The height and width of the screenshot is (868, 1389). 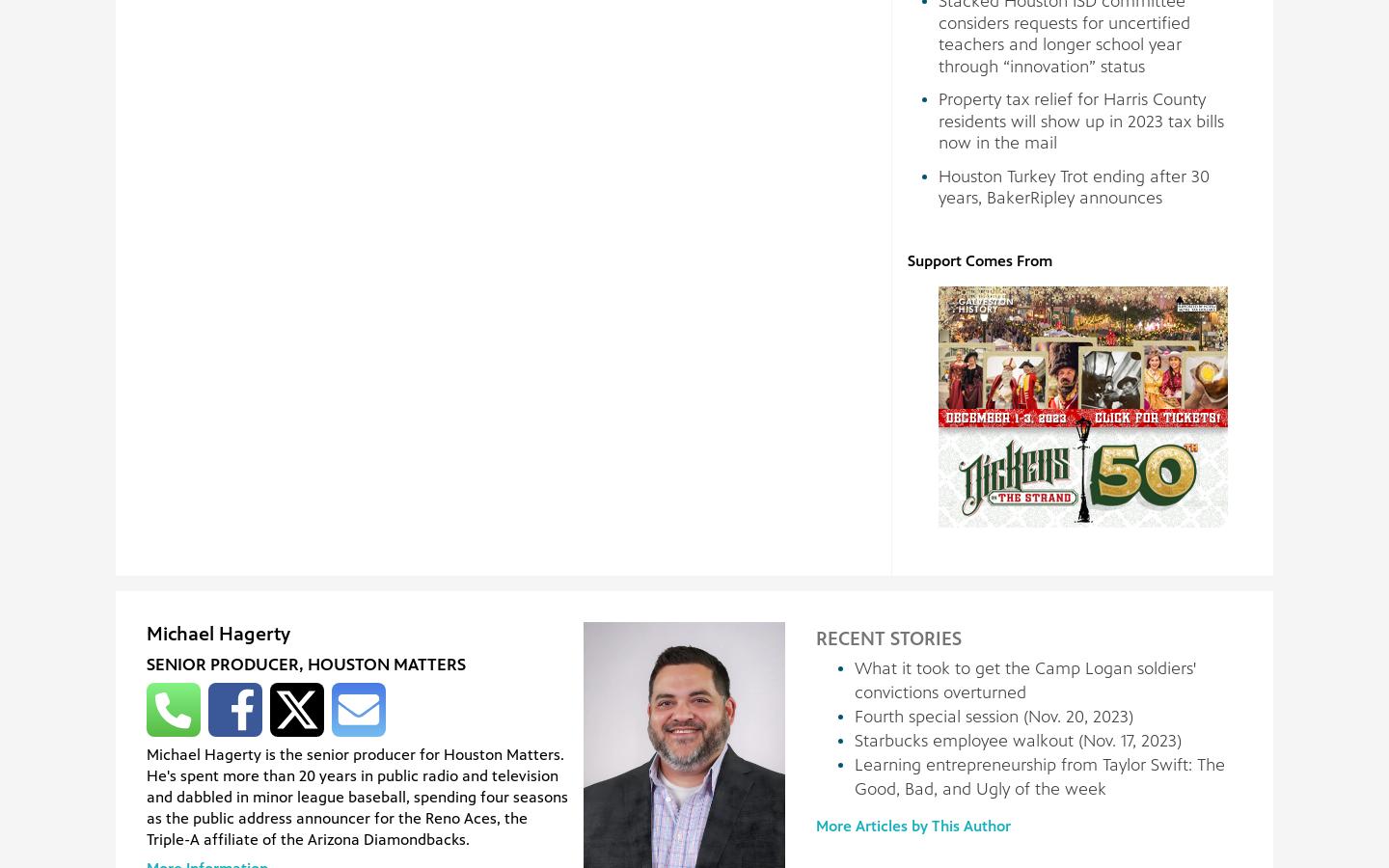 I want to click on 'Michael Hagerty', so click(x=218, y=633).